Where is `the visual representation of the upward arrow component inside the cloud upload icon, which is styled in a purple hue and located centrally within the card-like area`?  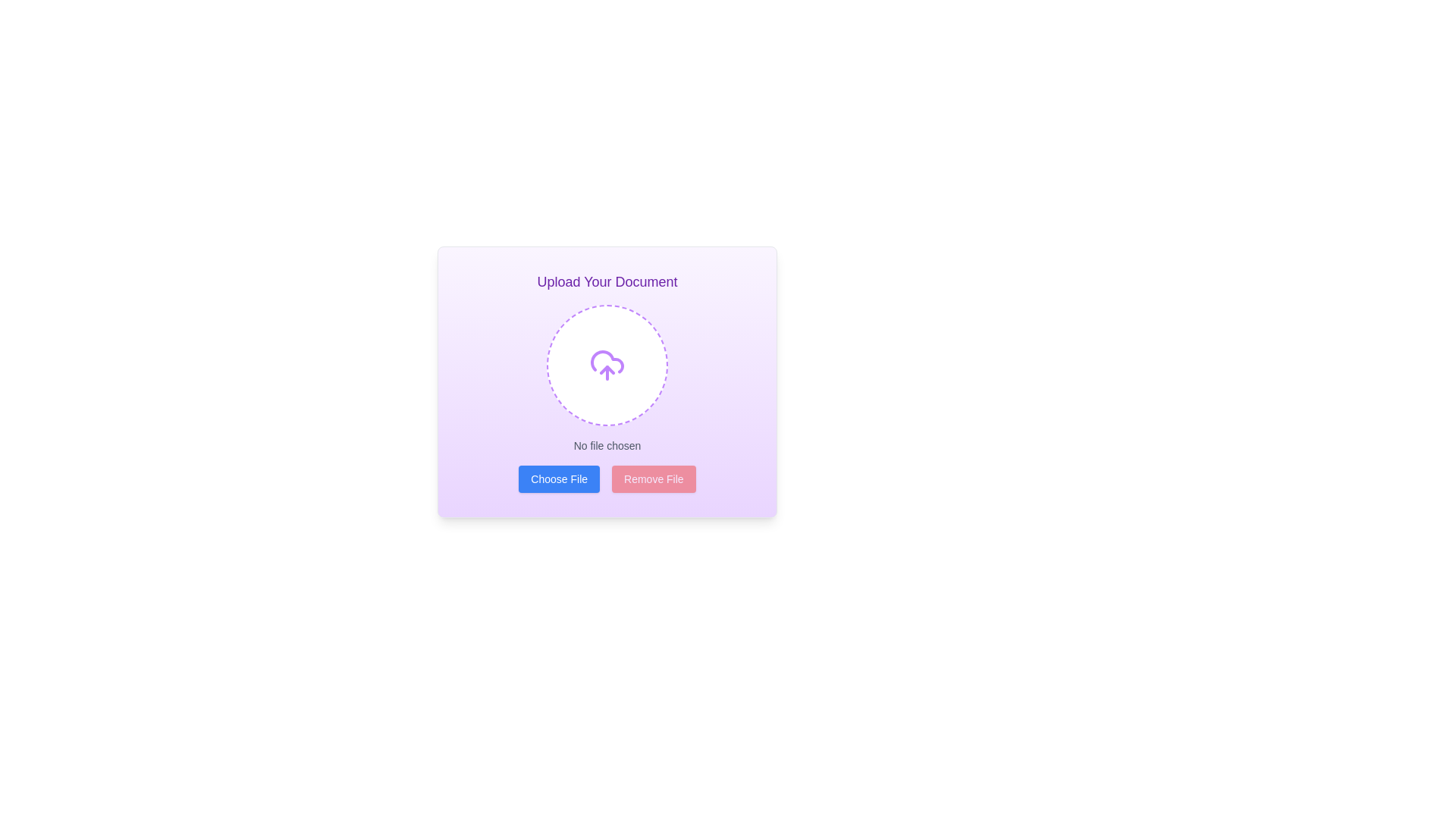 the visual representation of the upward arrow component inside the cloud upload icon, which is styled in a purple hue and located centrally within the card-like area is located at coordinates (607, 370).